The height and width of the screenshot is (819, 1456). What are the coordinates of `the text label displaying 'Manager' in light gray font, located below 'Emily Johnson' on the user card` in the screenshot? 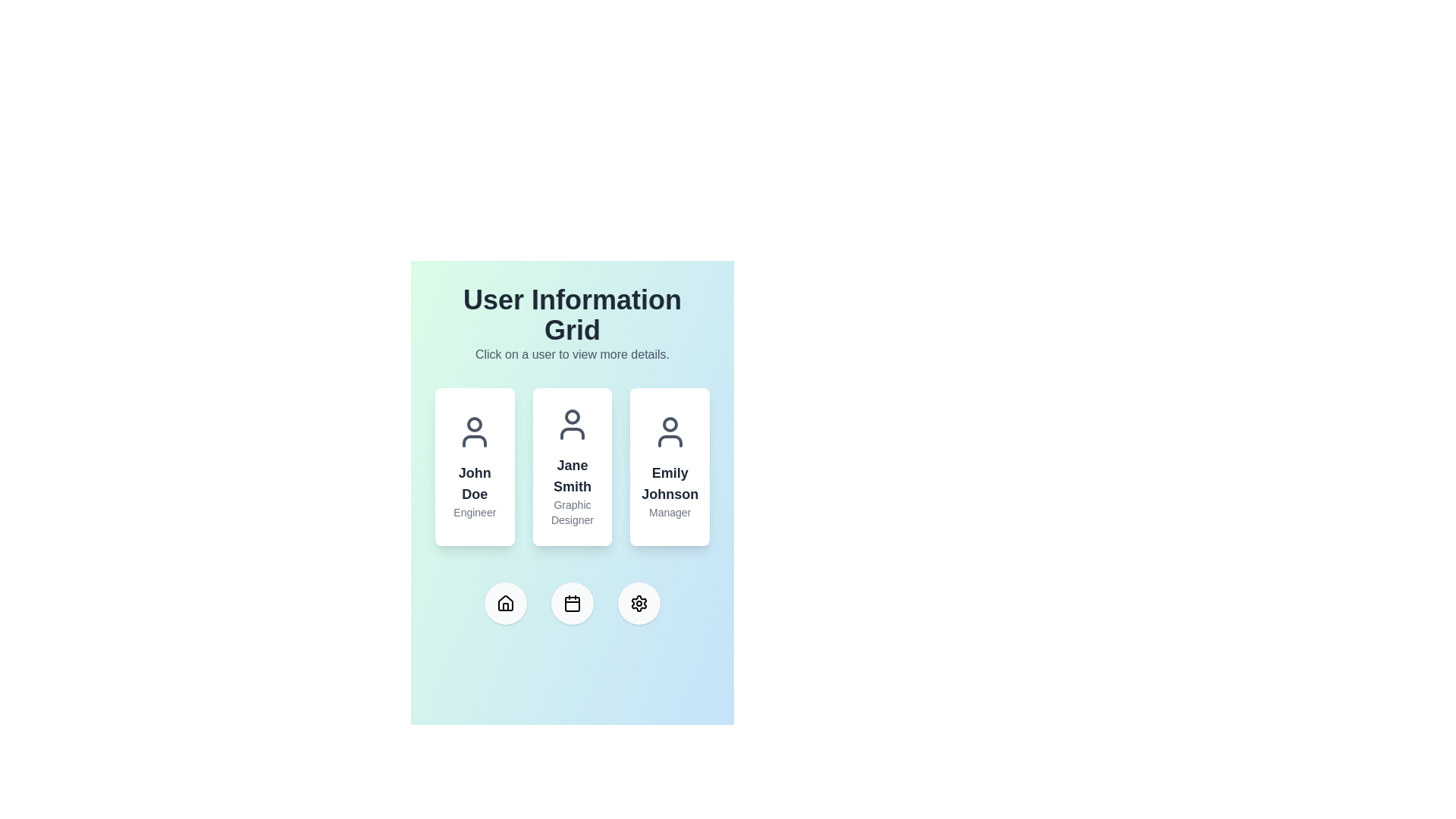 It's located at (669, 512).